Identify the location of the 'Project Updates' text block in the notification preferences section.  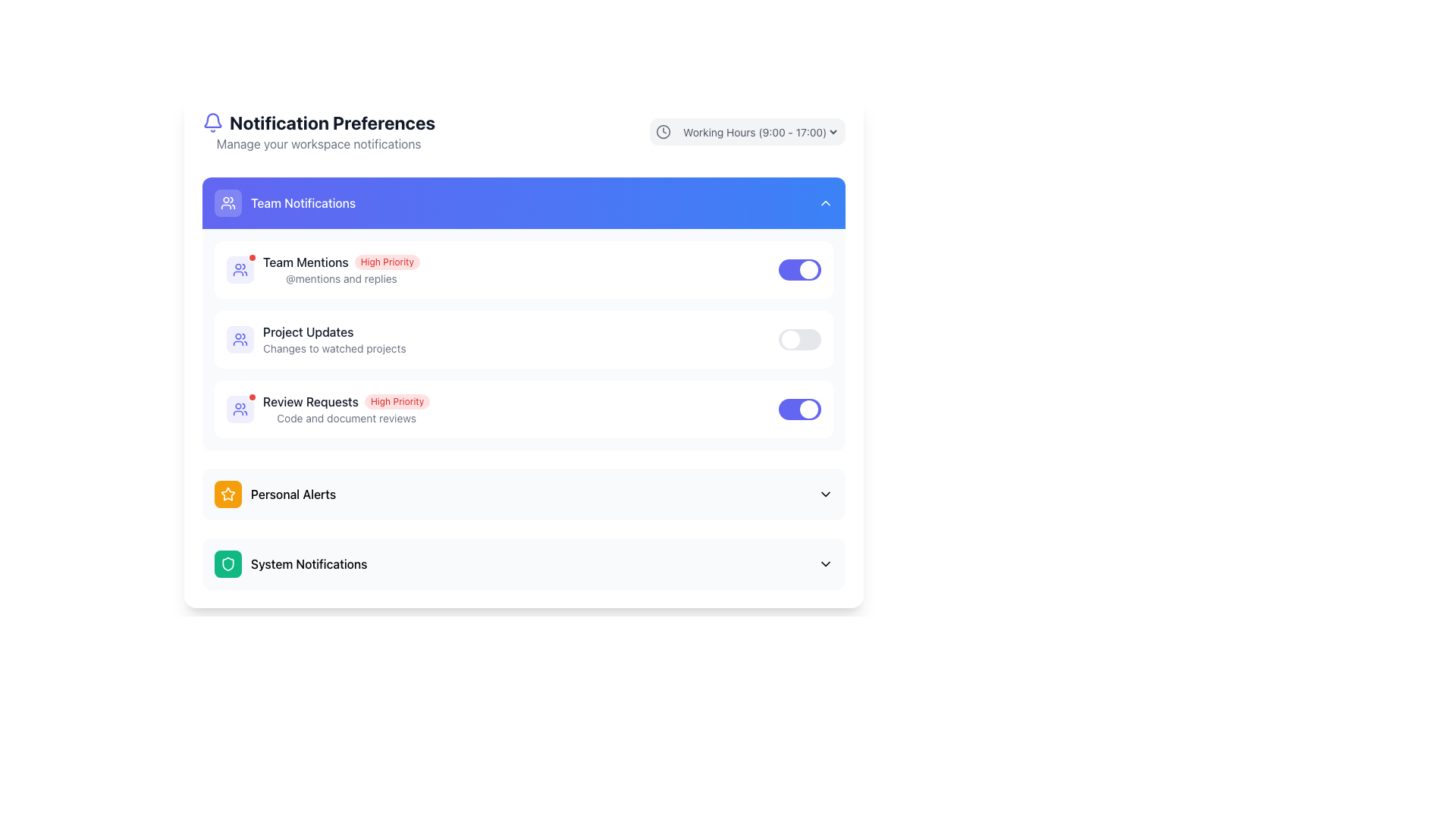
(334, 338).